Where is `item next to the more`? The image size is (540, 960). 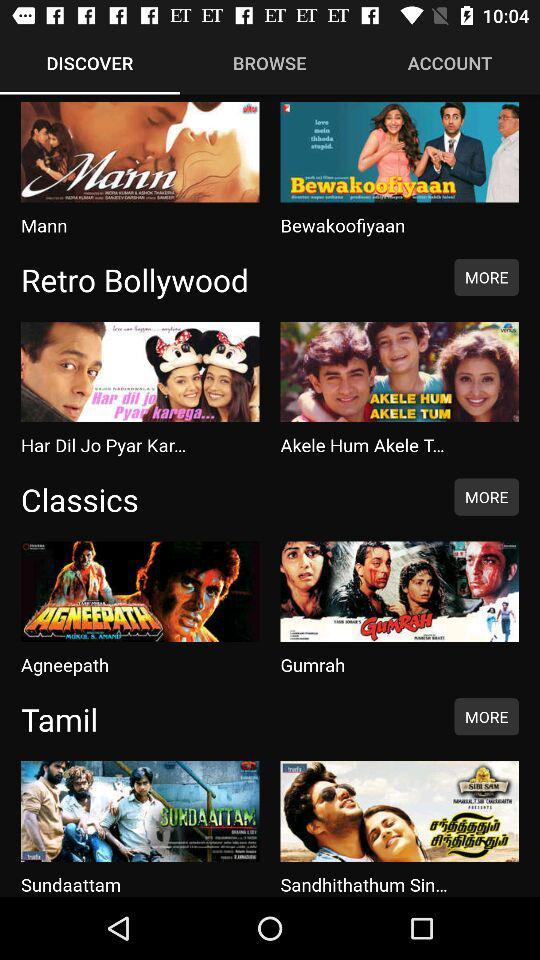 item next to the more is located at coordinates (226, 278).